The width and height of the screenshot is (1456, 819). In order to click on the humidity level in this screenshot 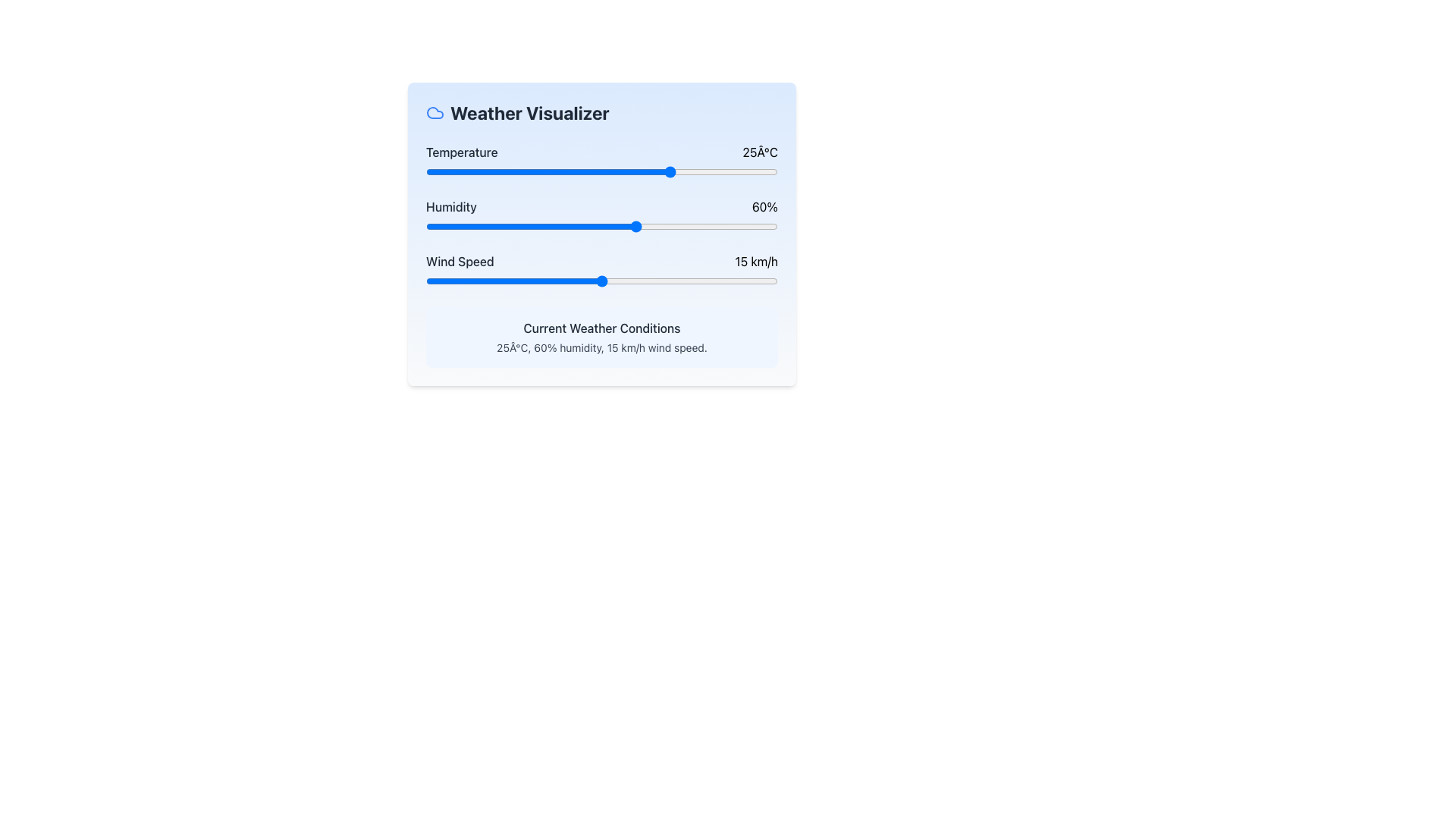, I will do `click(474, 227)`.